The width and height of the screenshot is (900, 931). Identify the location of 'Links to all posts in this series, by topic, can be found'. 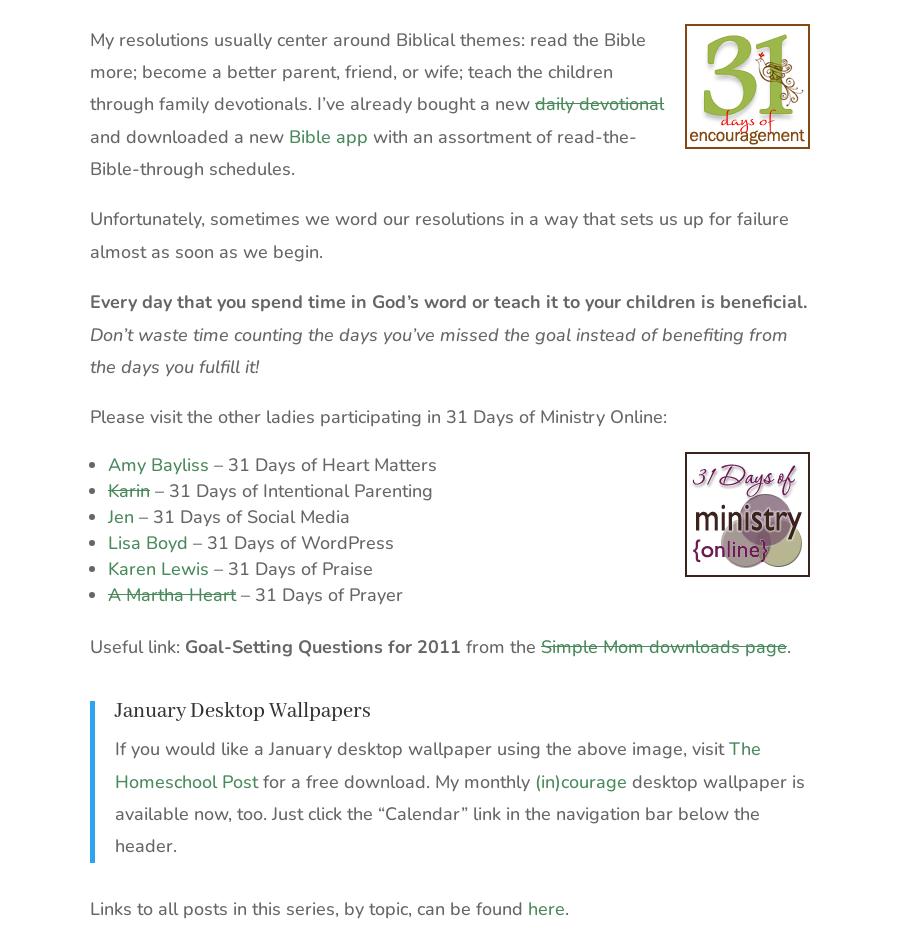
(307, 908).